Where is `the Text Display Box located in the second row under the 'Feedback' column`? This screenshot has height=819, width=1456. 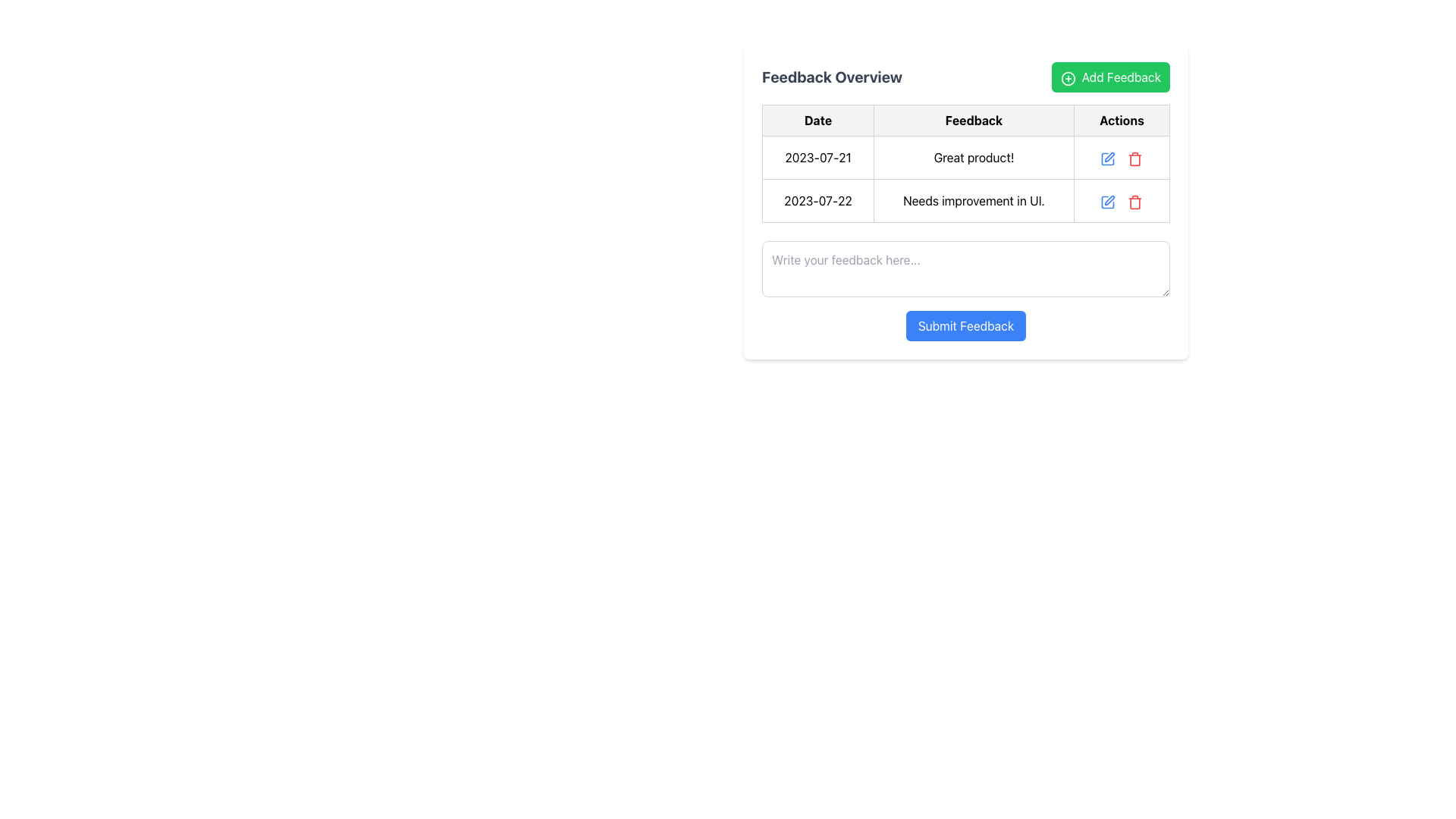 the Text Display Box located in the second row under the 'Feedback' column is located at coordinates (974, 200).